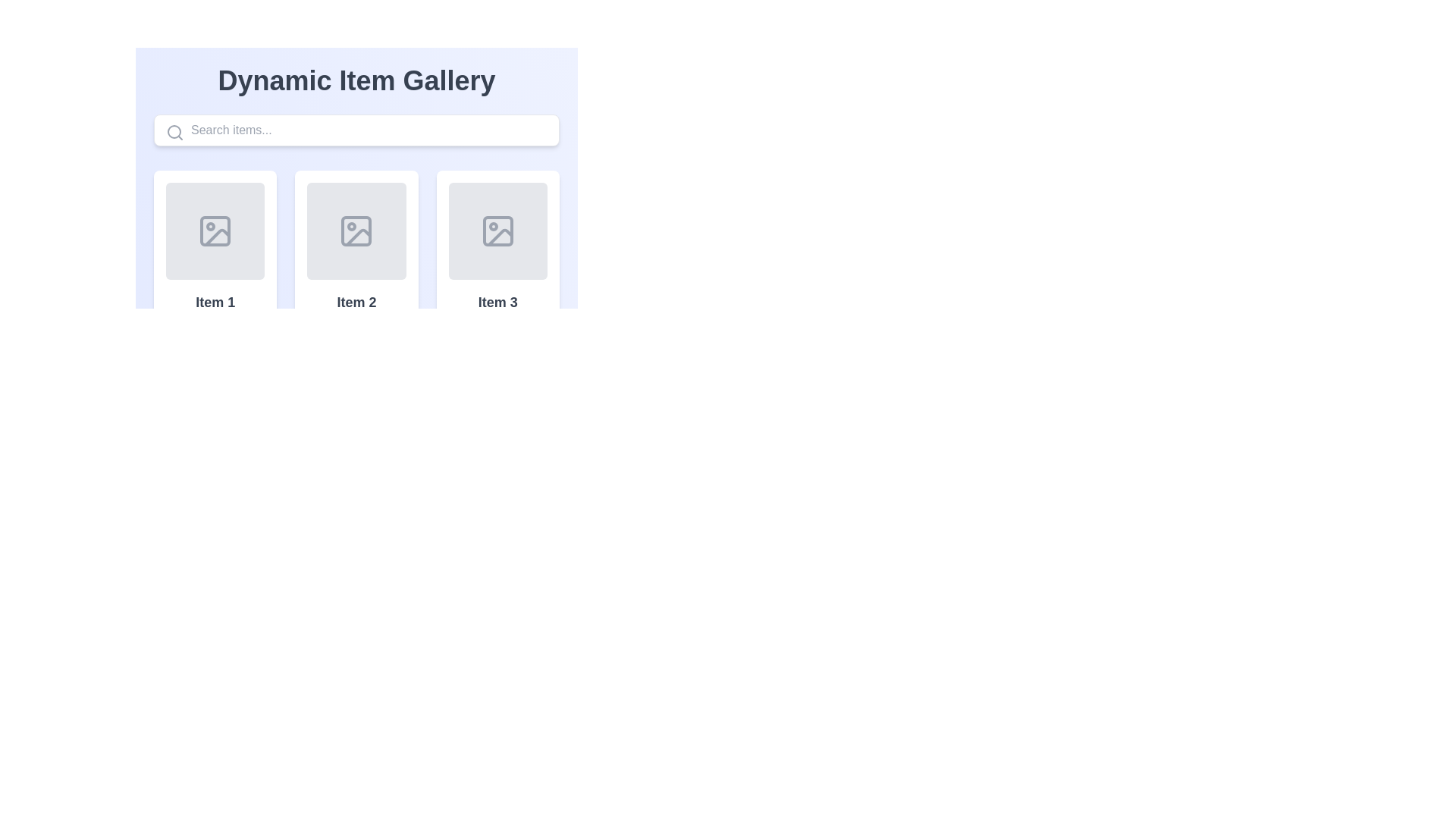  Describe the element at coordinates (497, 231) in the screenshot. I see `the image placeholder icon located in the third item block labeled 'Item 3' within the 'Dynamic Item Gallery'` at that location.